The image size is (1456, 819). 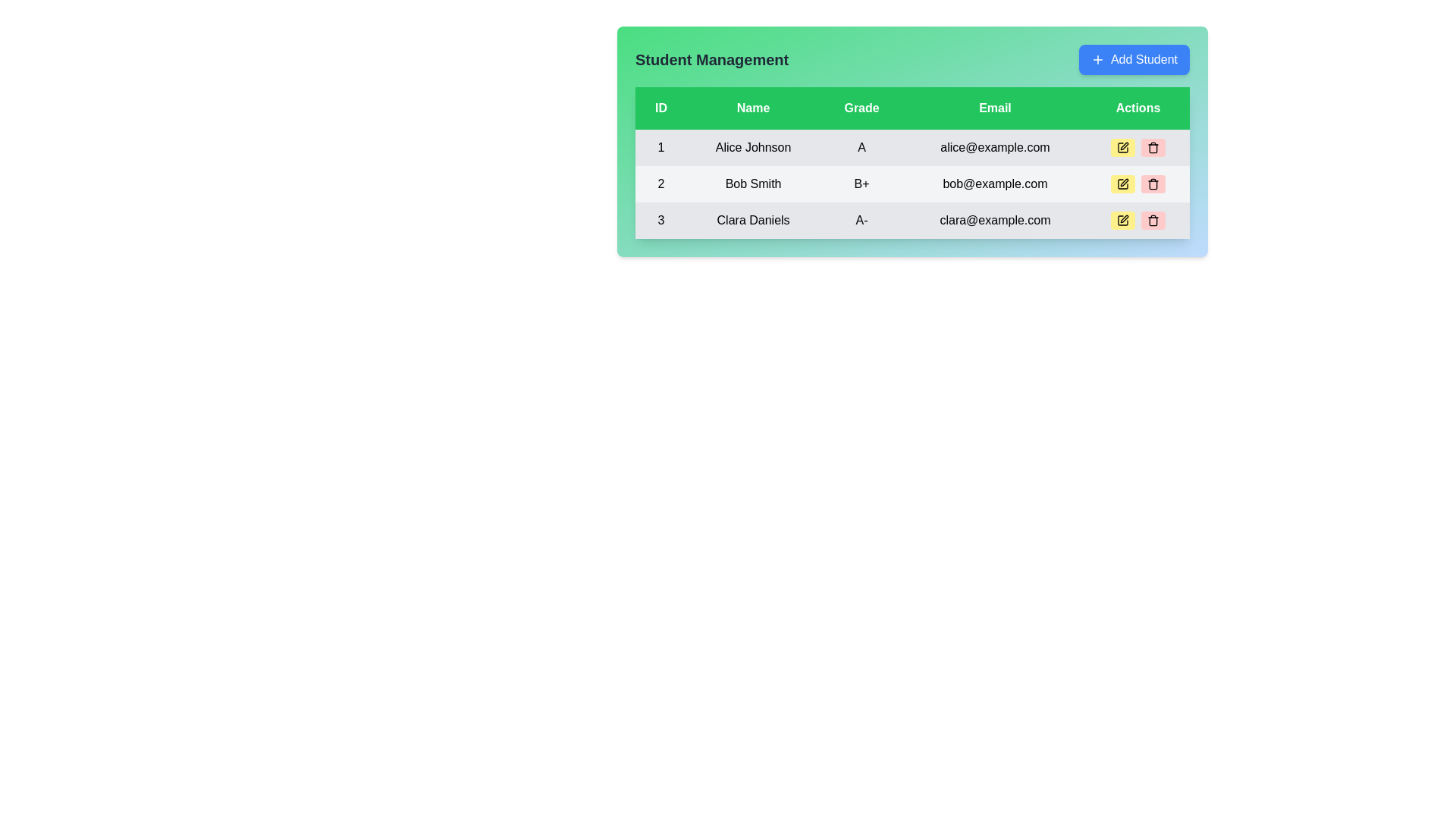 What do you see at coordinates (1097, 58) in the screenshot?
I see `the plus icon within the 'Add Student' button, located in the top-right corner of the student management interface` at bounding box center [1097, 58].